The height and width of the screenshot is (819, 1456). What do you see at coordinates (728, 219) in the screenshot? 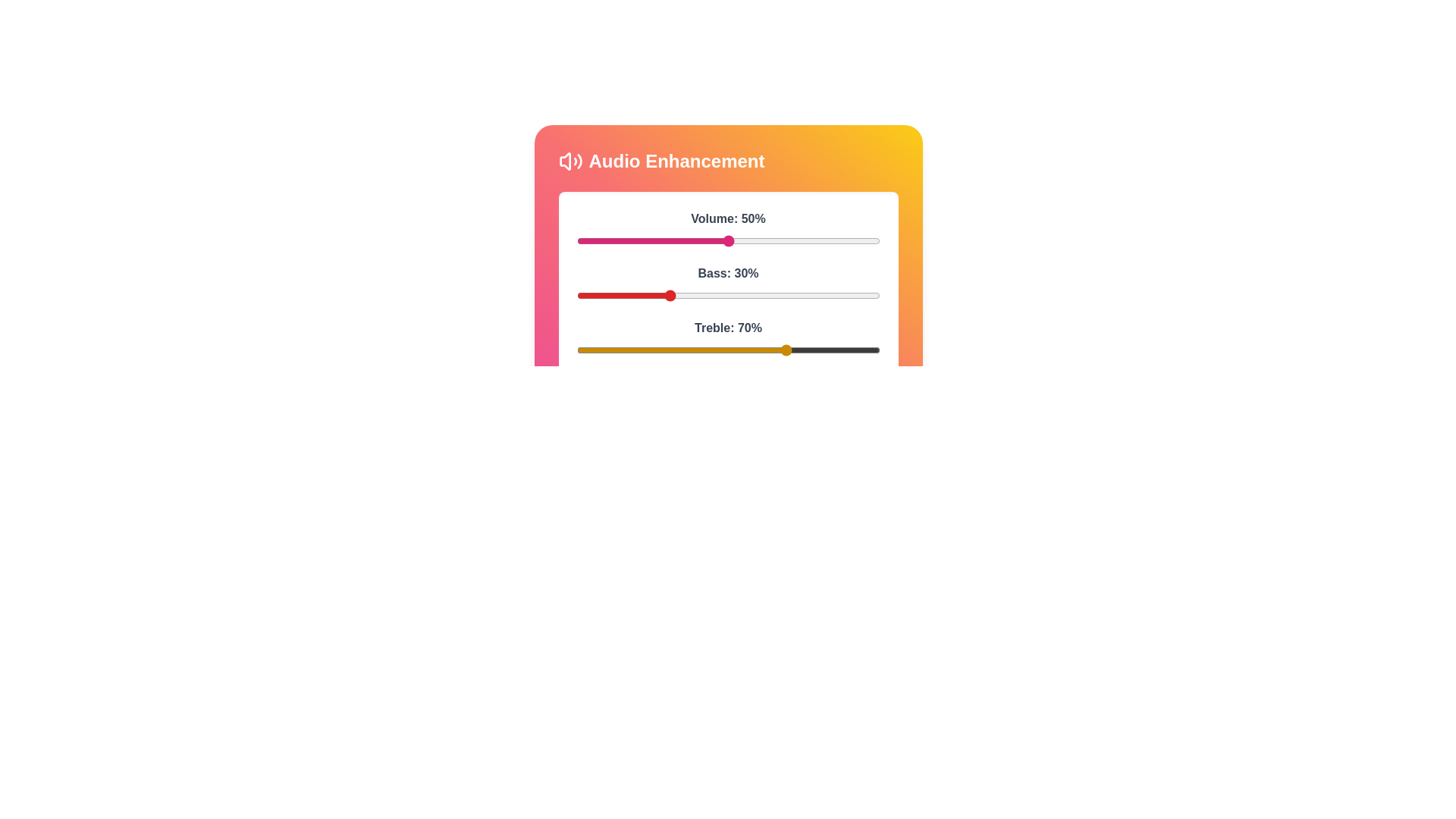
I see `text label displaying 'Volume: 50%' located above the volume slider in the 'Audio Enhancement' section to understand the current volume level` at bounding box center [728, 219].